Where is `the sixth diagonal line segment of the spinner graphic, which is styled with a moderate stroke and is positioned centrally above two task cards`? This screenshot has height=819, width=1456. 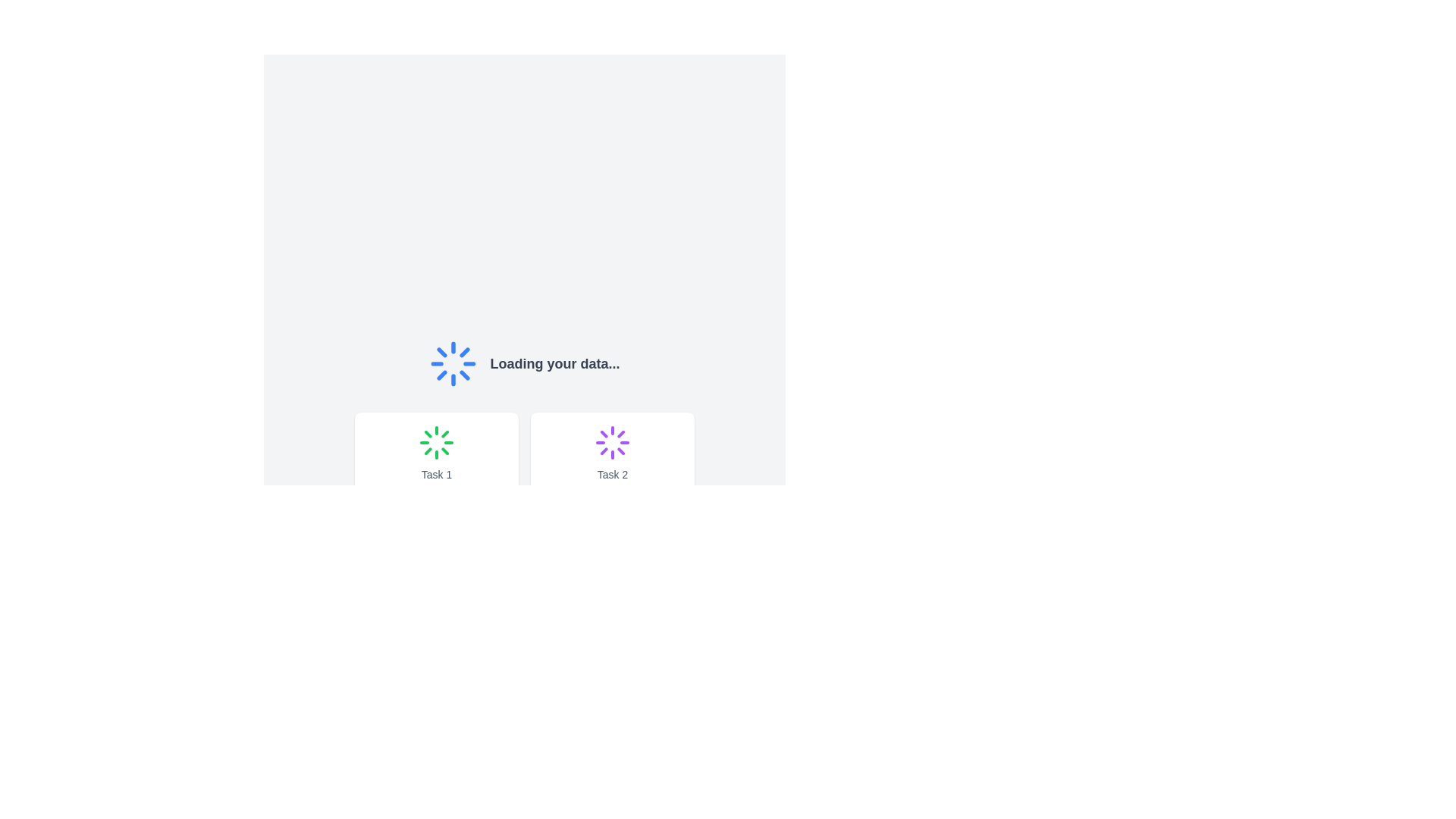
the sixth diagonal line segment of the spinner graphic, which is styled with a moderate stroke and is positioned centrally above two task cards is located at coordinates (459, 349).